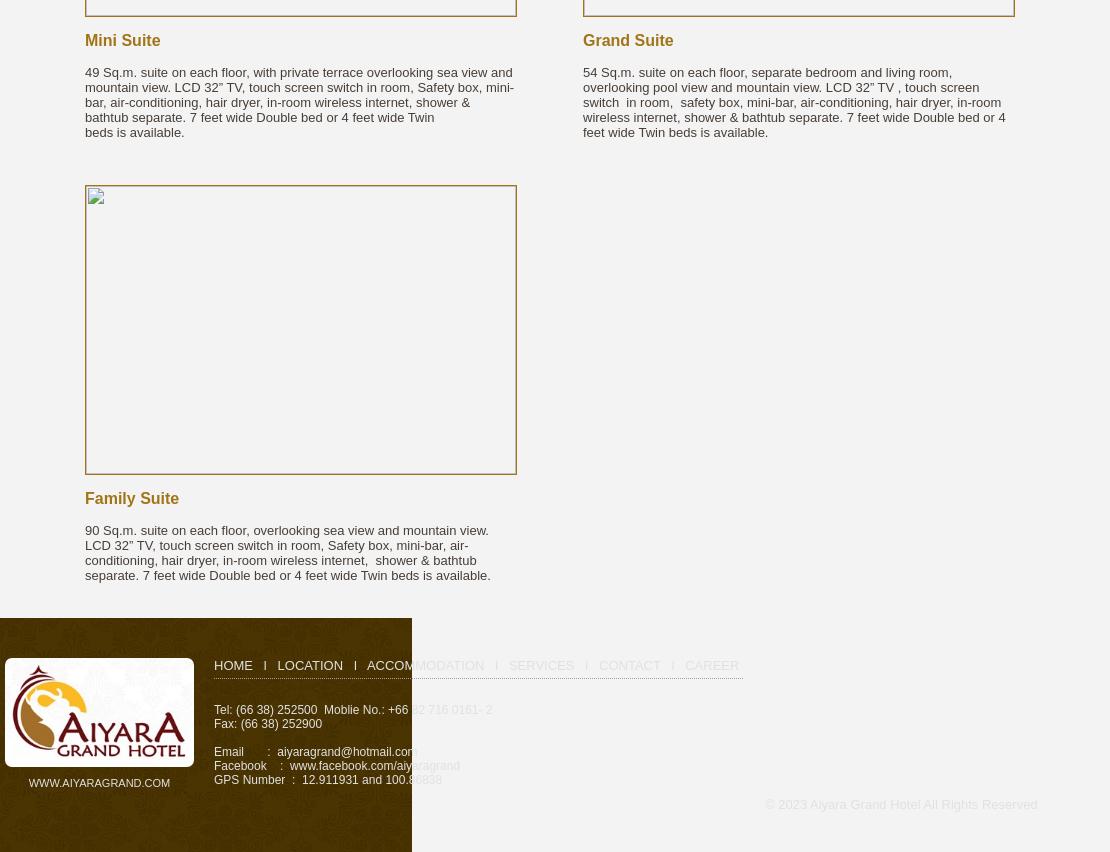 The height and width of the screenshot is (852, 1110). Describe the element at coordinates (298, 101) in the screenshot. I see `'49 Sq.m. suite on each floor, with private terrace overlooking sea view and mountain view. LCD 32” TV, touch screen switch in room, Safety box, mini-bar, air-conditioning, hair dryer, in-room wireless internet, shower & bathtub separate. 7 feet wide Double bed or 4 feet wide Twin beds is available.'` at that location.